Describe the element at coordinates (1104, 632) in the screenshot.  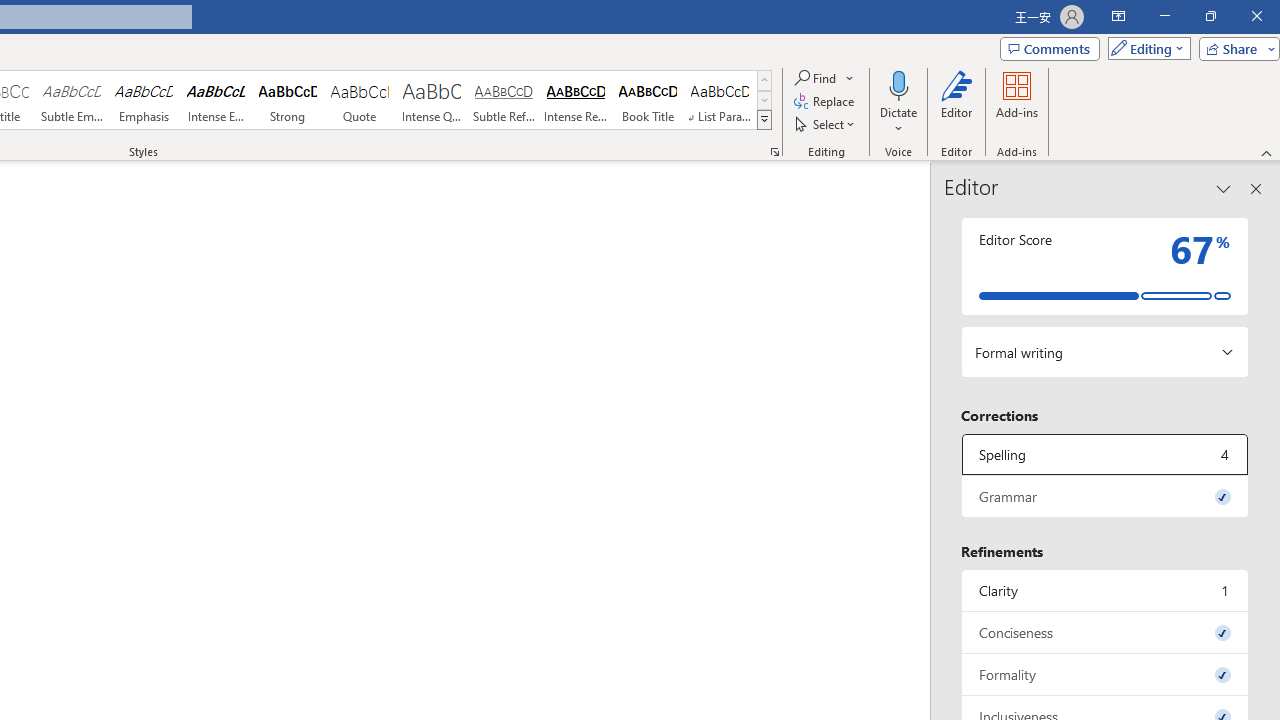
I see `'Conciseness, 0 issues. Press space or enter to review items.'` at that location.